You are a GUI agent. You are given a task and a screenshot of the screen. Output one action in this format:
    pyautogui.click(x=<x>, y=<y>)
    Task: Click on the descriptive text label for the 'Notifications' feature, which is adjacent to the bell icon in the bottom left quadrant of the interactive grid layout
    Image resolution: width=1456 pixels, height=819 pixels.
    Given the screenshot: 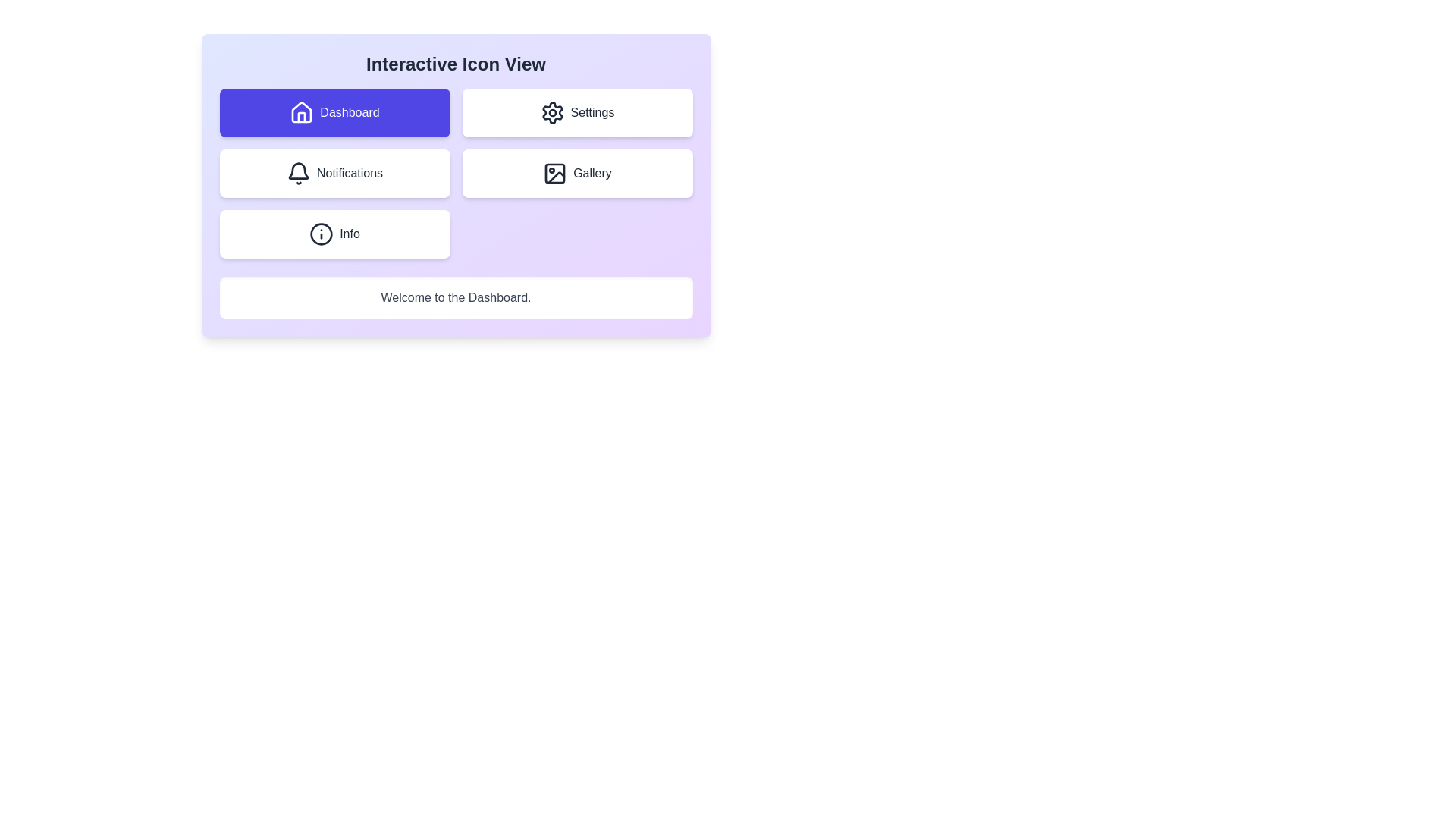 What is the action you would take?
    pyautogui.click(x=349, y=172)
    